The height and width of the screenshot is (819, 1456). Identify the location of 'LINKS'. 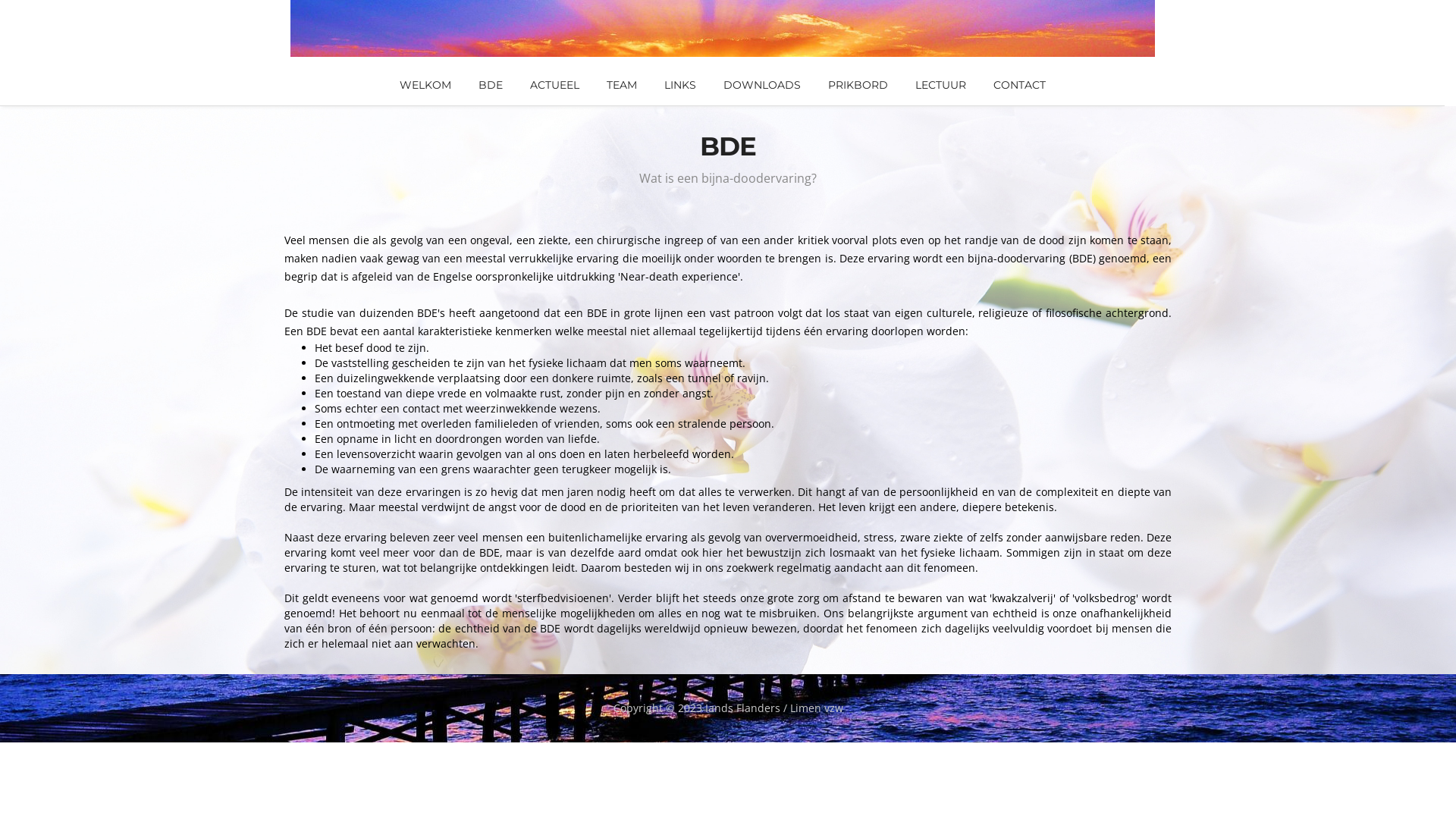
(679, 84).